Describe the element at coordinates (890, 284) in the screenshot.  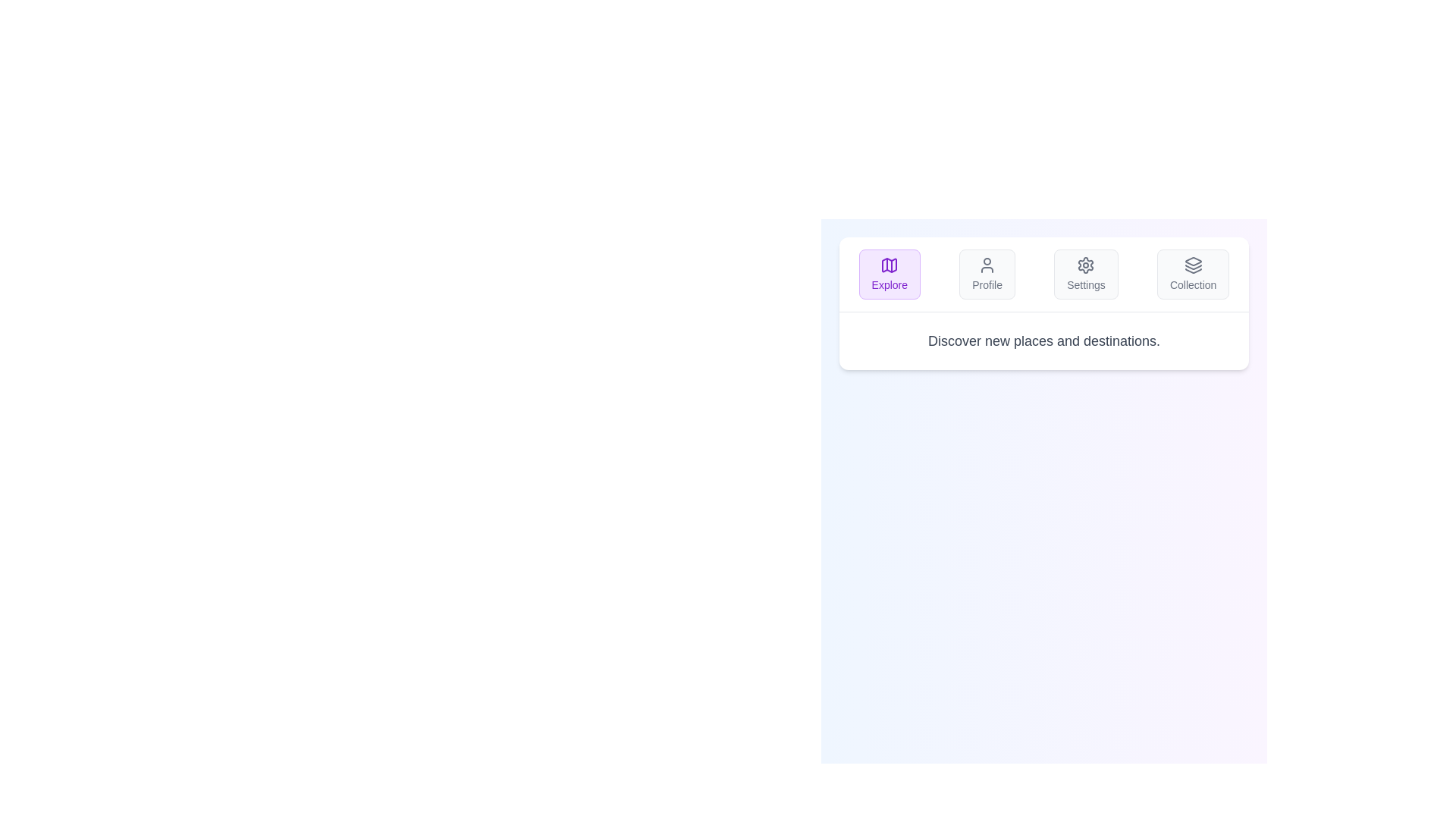
I see `the 'Explore' text label, which is the first button in a horizontal list at the top section of the interface, featuring a purple font and a map icon above it` at that location.